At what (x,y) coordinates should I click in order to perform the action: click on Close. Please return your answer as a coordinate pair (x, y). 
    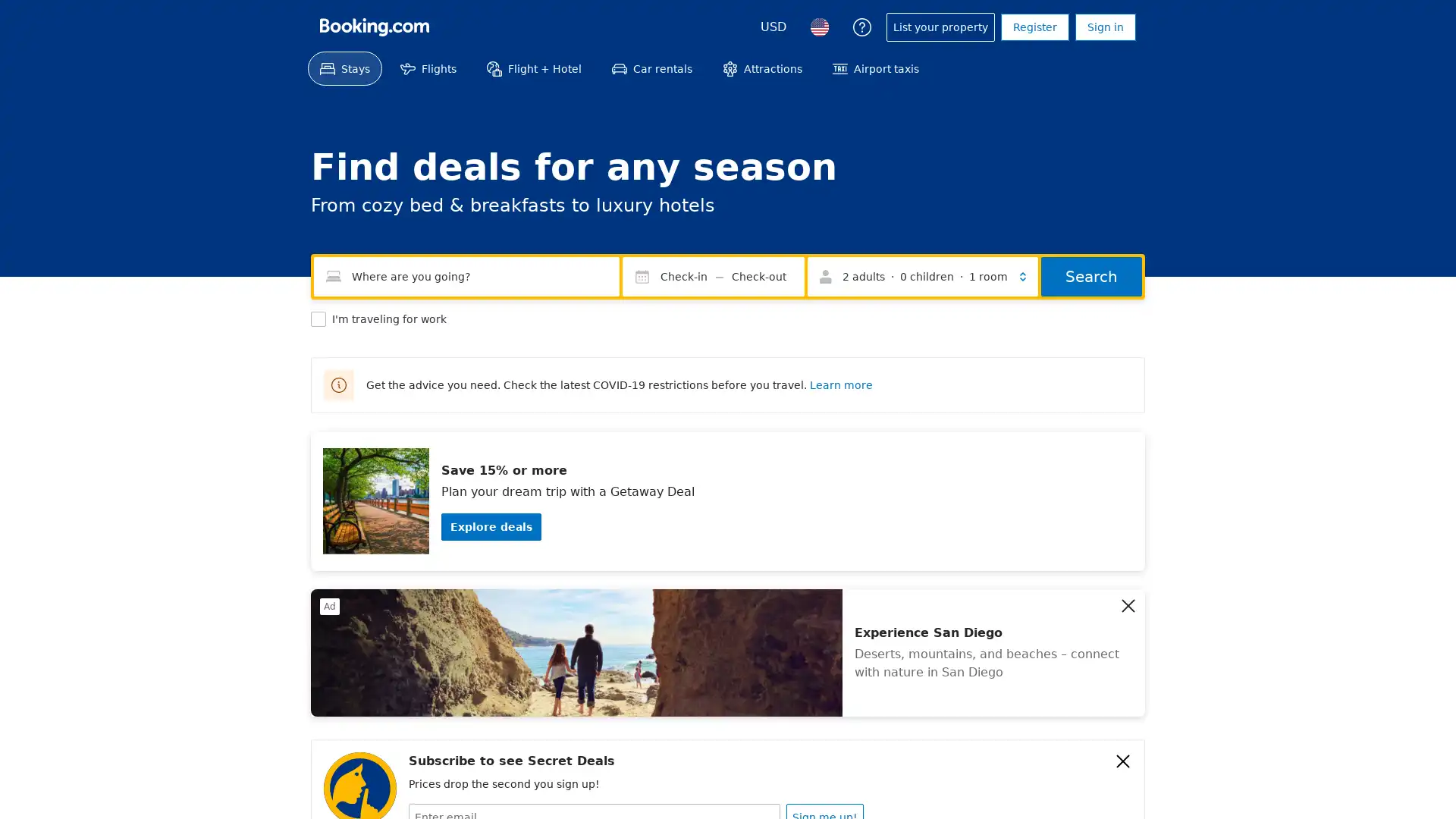
    Looking at the image, I should click on (1128, 604).